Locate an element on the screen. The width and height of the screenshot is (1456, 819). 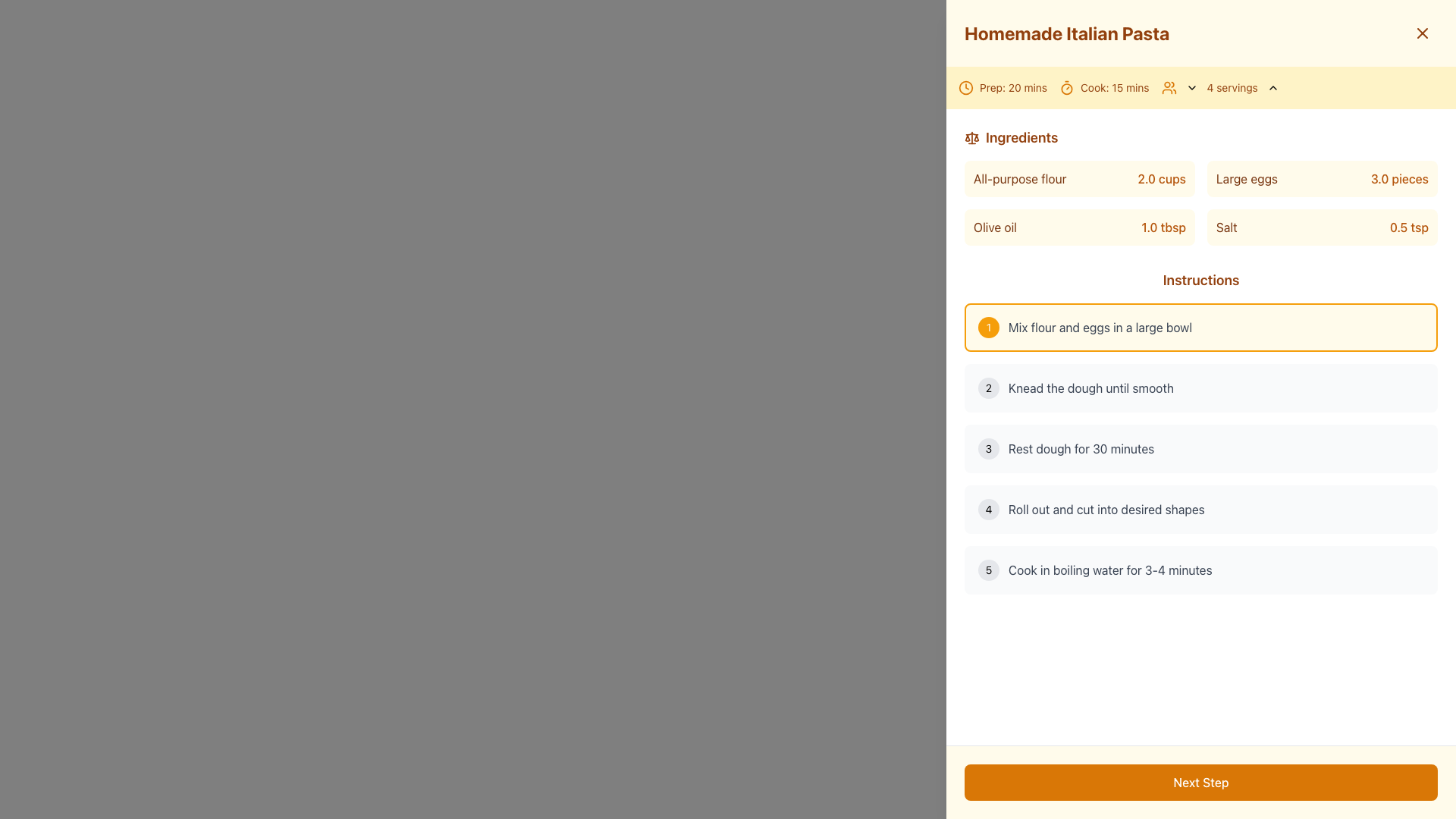
the interactive text displaying the number of servings for the recipe, located below the title 'Homemade Italian Pasta' and to the right of 'Cook: 15 mins' is located at coordinates (1222, 87).